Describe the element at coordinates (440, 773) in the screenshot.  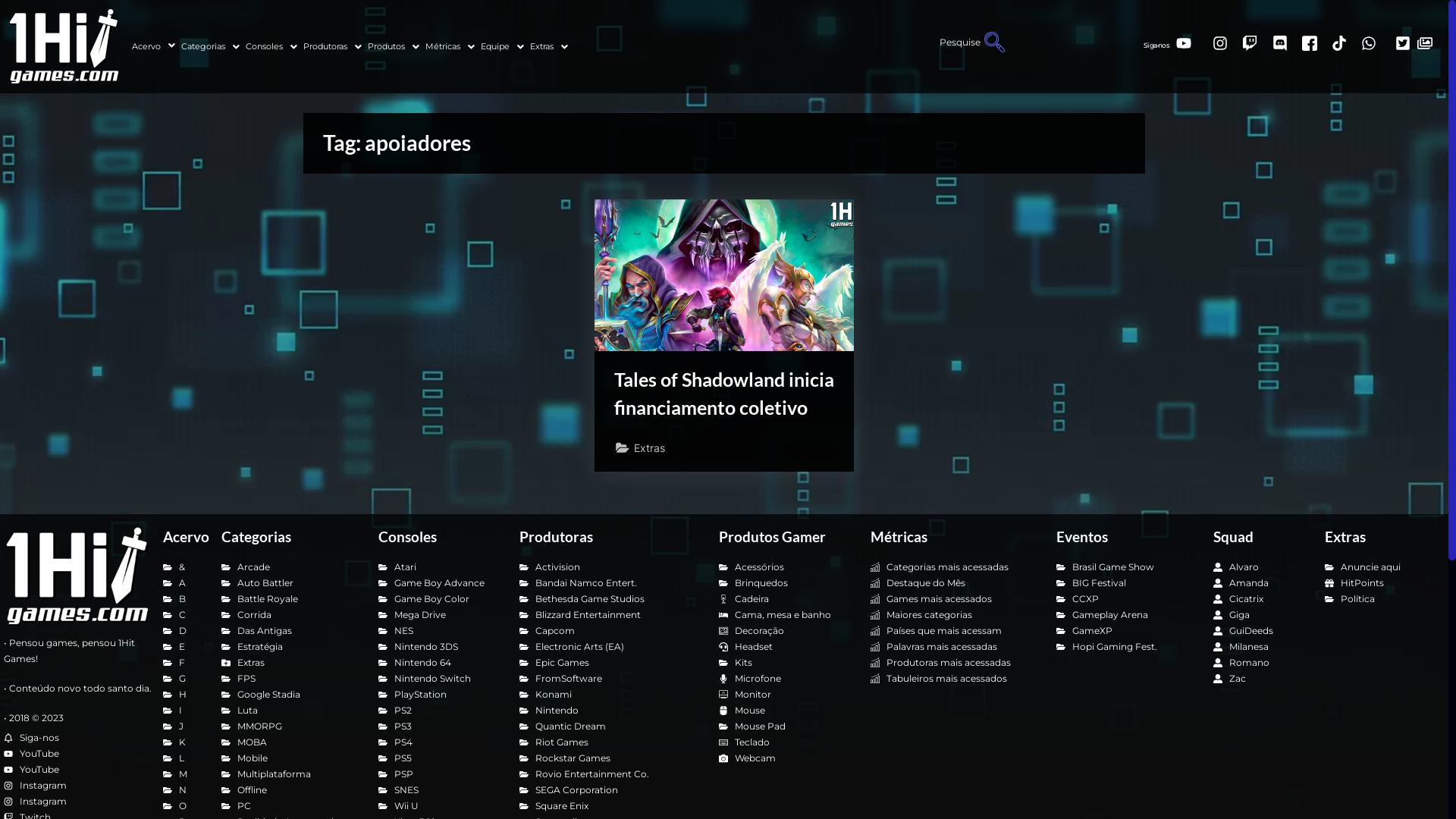
I see `'PSP'` at that location.